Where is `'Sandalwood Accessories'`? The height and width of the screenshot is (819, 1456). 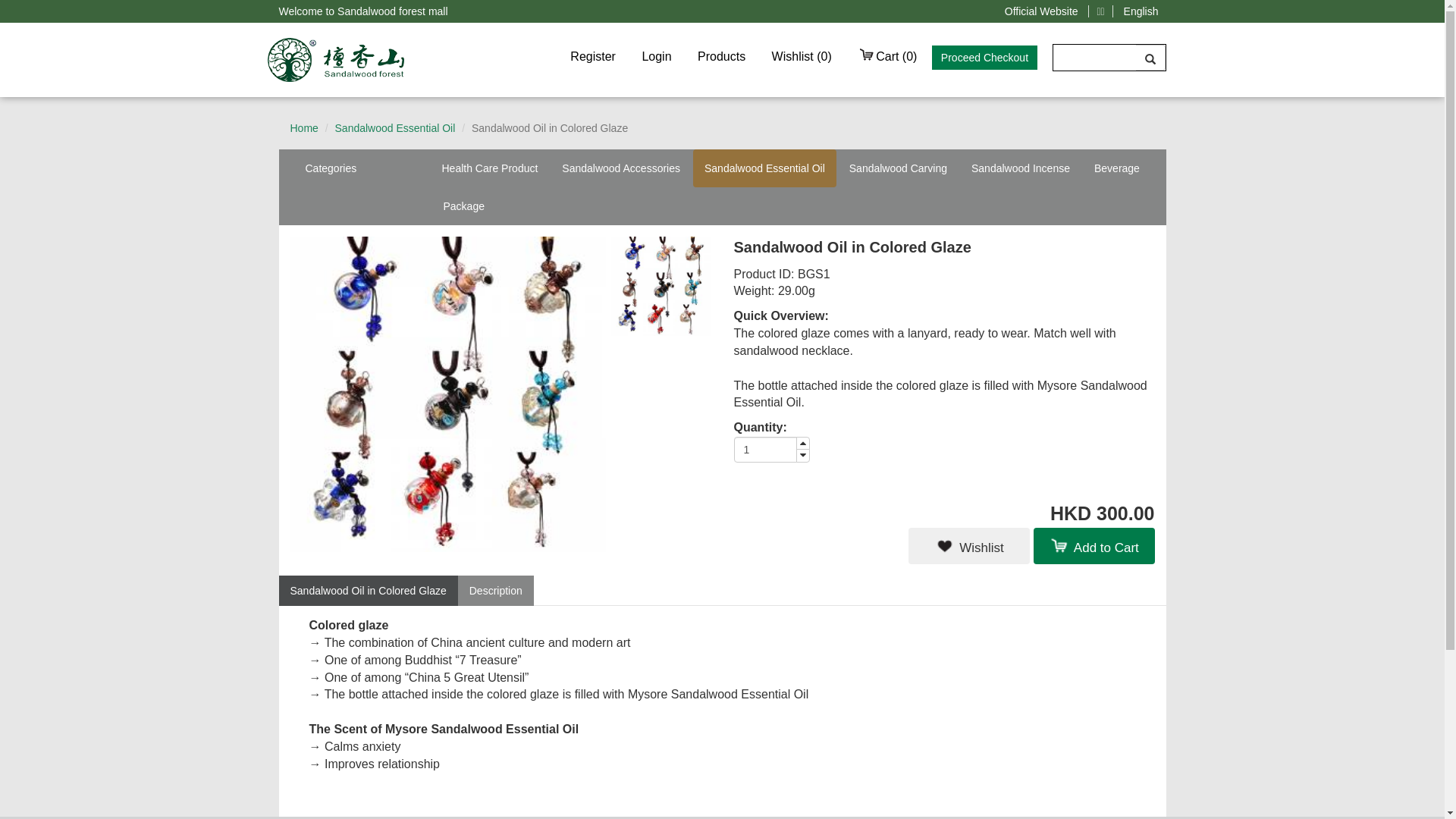
'Sandalwood Accessories' is located at coordinates (621, 168).